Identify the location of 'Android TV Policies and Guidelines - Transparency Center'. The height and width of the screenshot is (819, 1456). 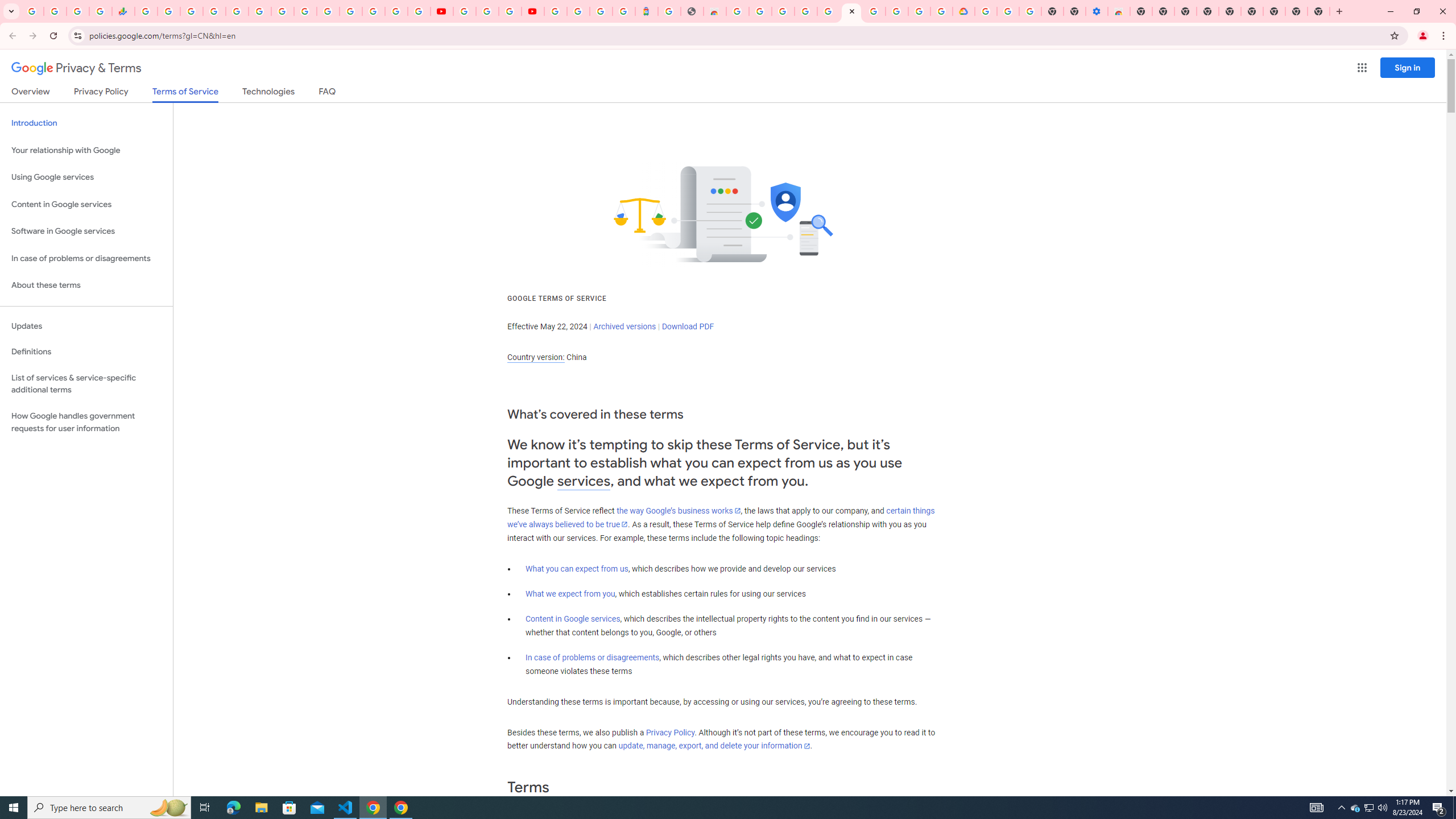
(282, 11).